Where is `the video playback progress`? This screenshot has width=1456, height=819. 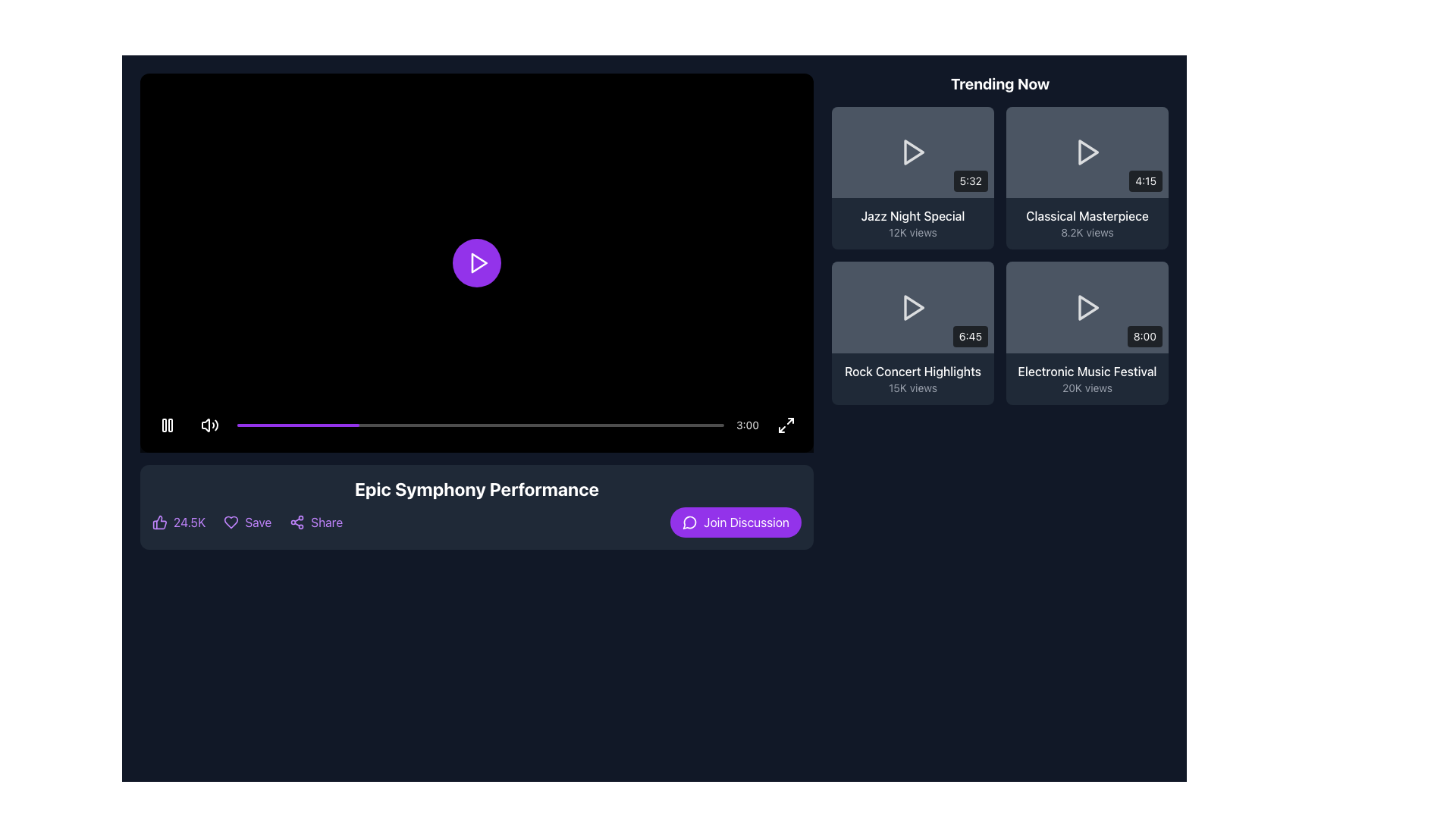 the video playback progress is located at coordinates (369, 425).